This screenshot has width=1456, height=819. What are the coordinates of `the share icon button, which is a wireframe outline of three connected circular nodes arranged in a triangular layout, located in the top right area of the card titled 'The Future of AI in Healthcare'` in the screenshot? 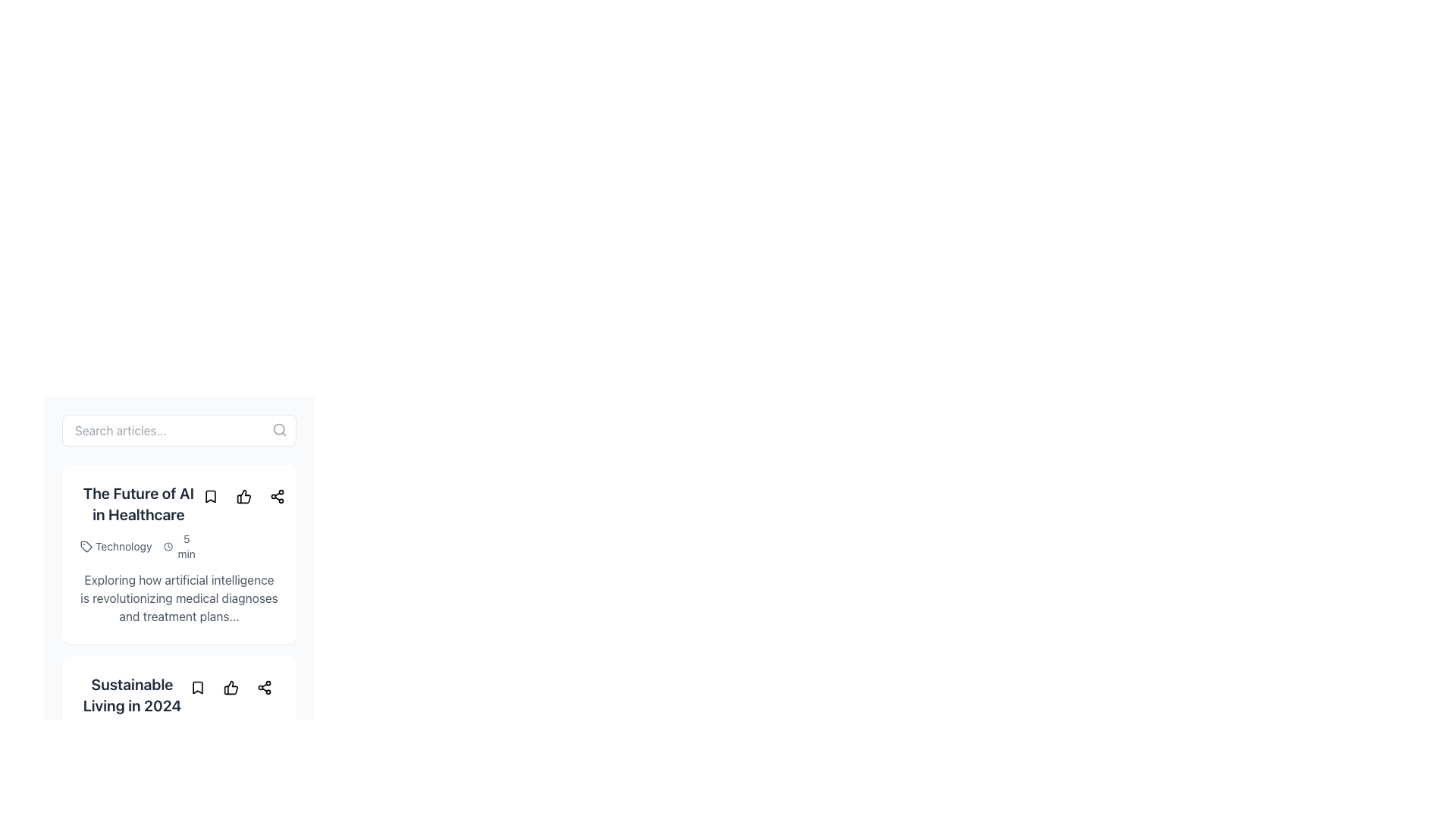 It's located at (277, 497).